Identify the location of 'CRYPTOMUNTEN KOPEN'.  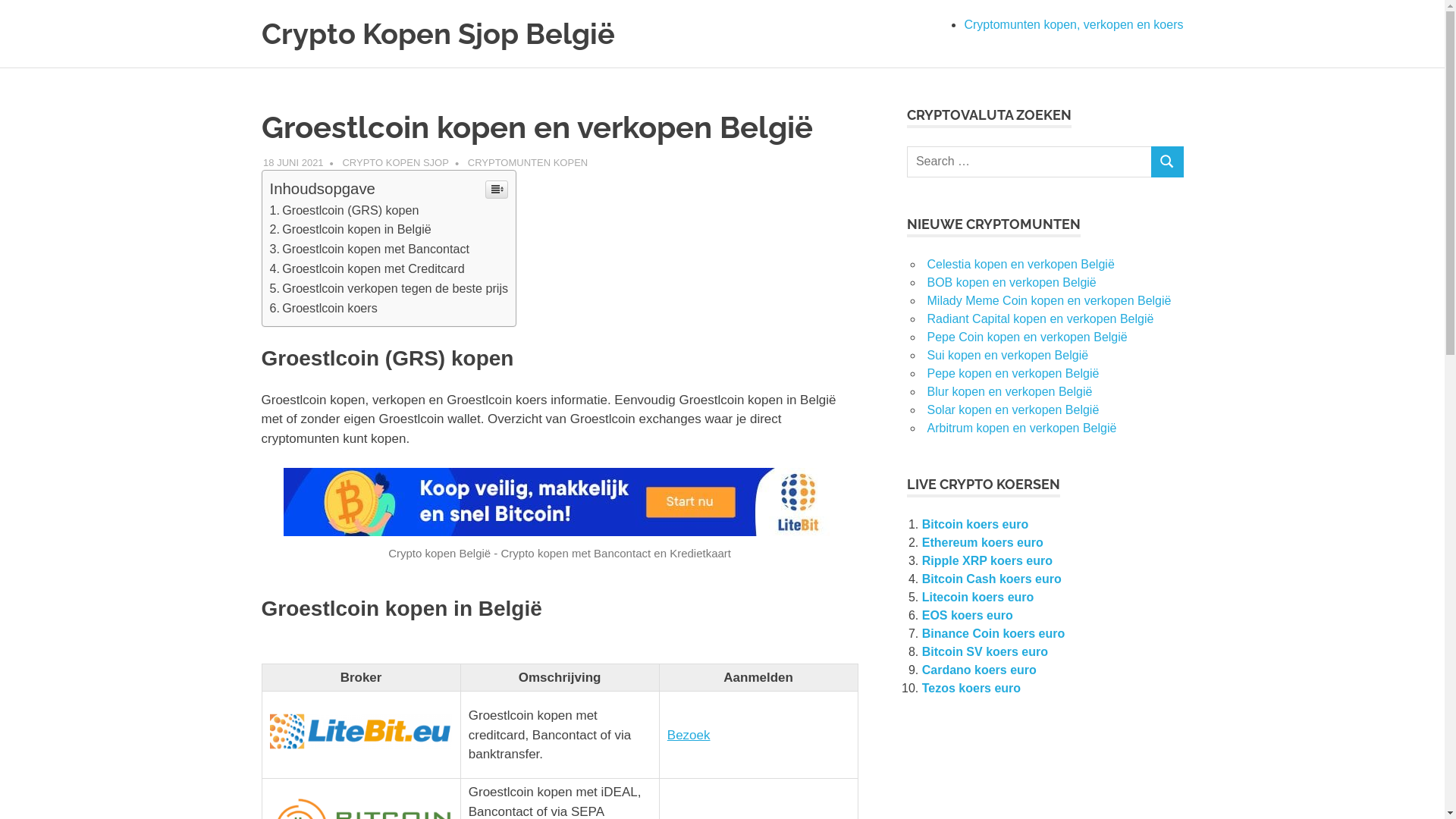
(528, 162).